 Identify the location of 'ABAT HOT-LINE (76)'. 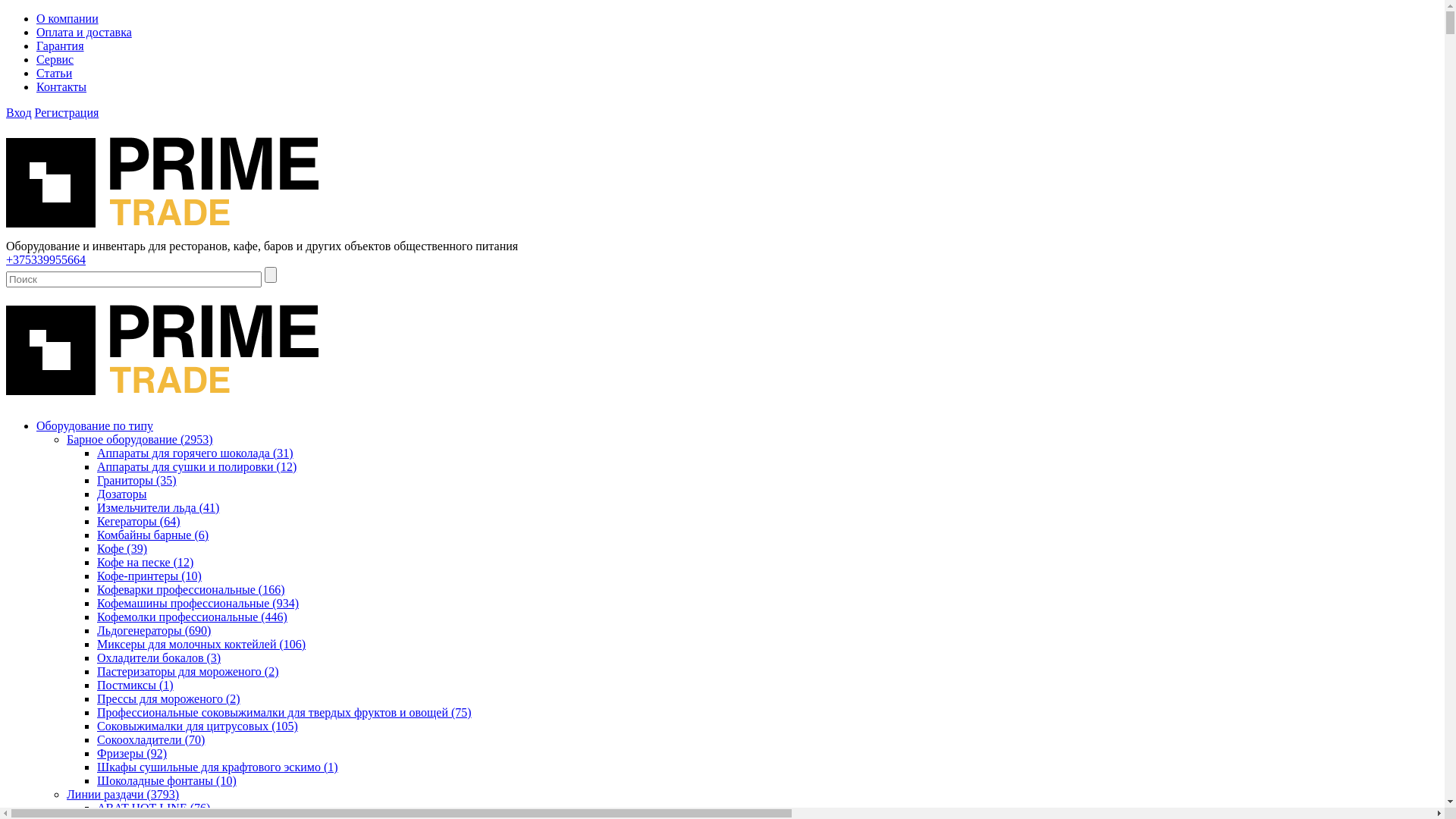
(153, 807).